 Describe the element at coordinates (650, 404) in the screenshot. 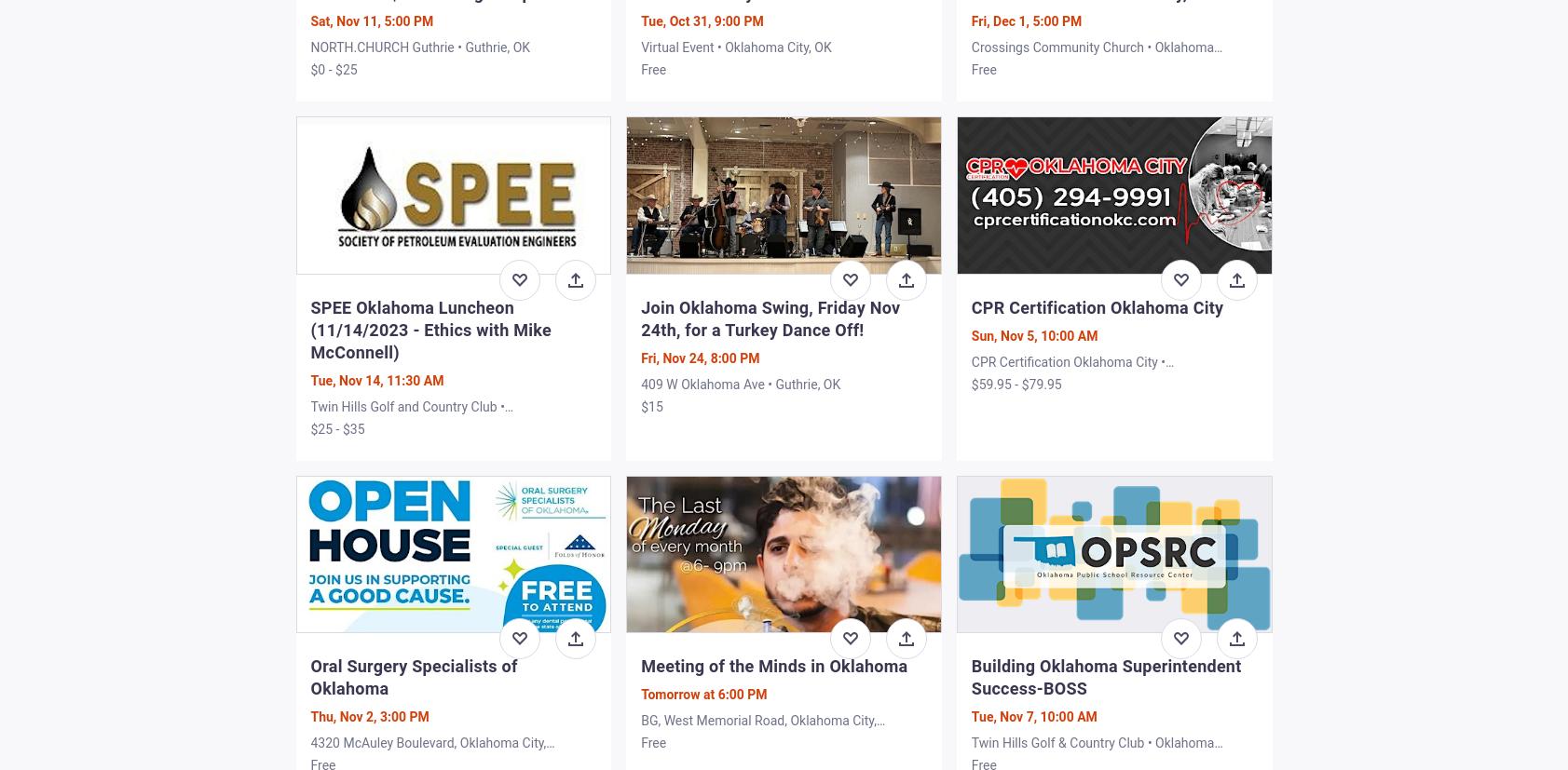

I see `'$15'` at that location.